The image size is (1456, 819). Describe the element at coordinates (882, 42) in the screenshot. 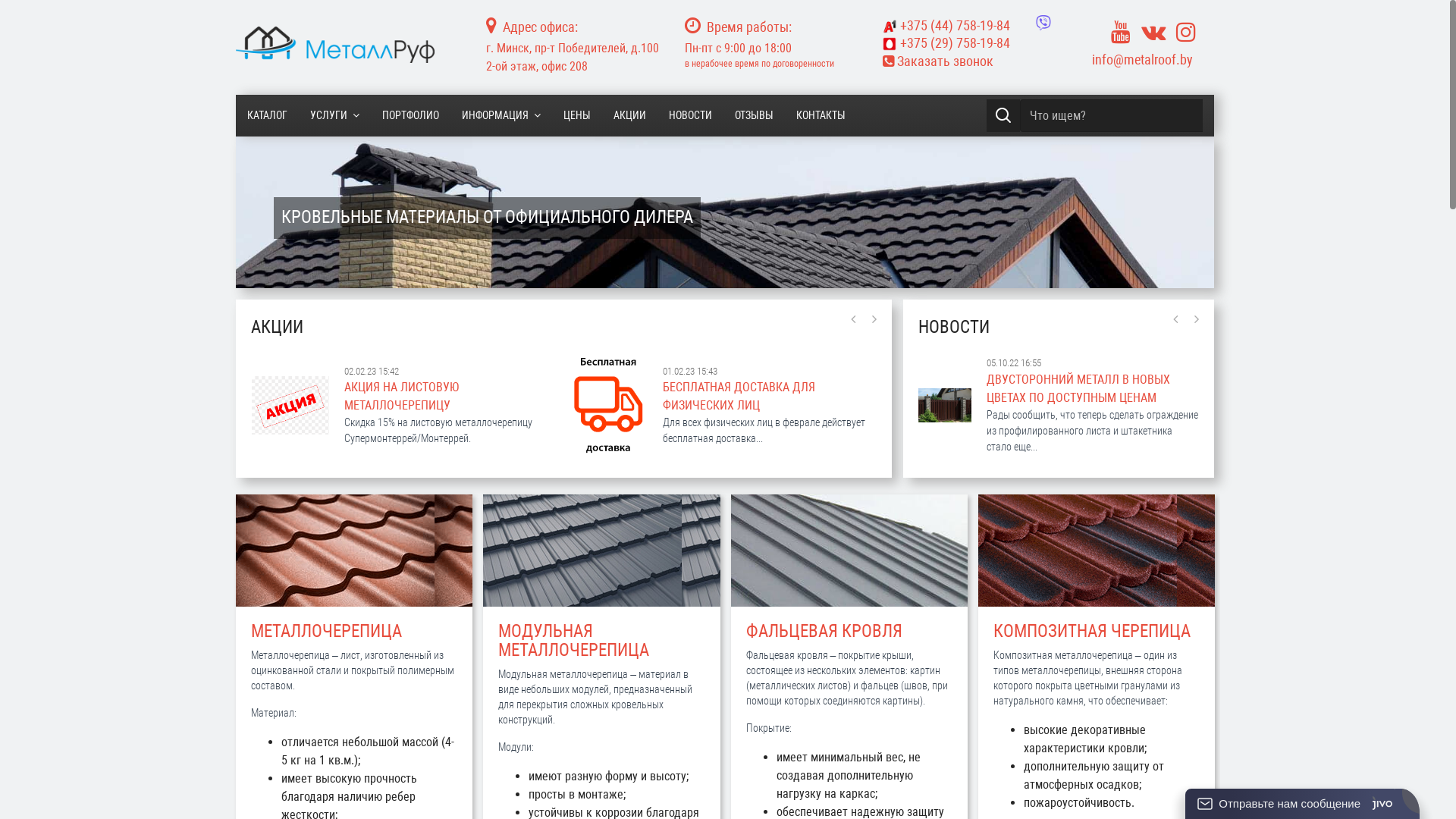

I see `'+375 (29) 758-19-84'` at that location.